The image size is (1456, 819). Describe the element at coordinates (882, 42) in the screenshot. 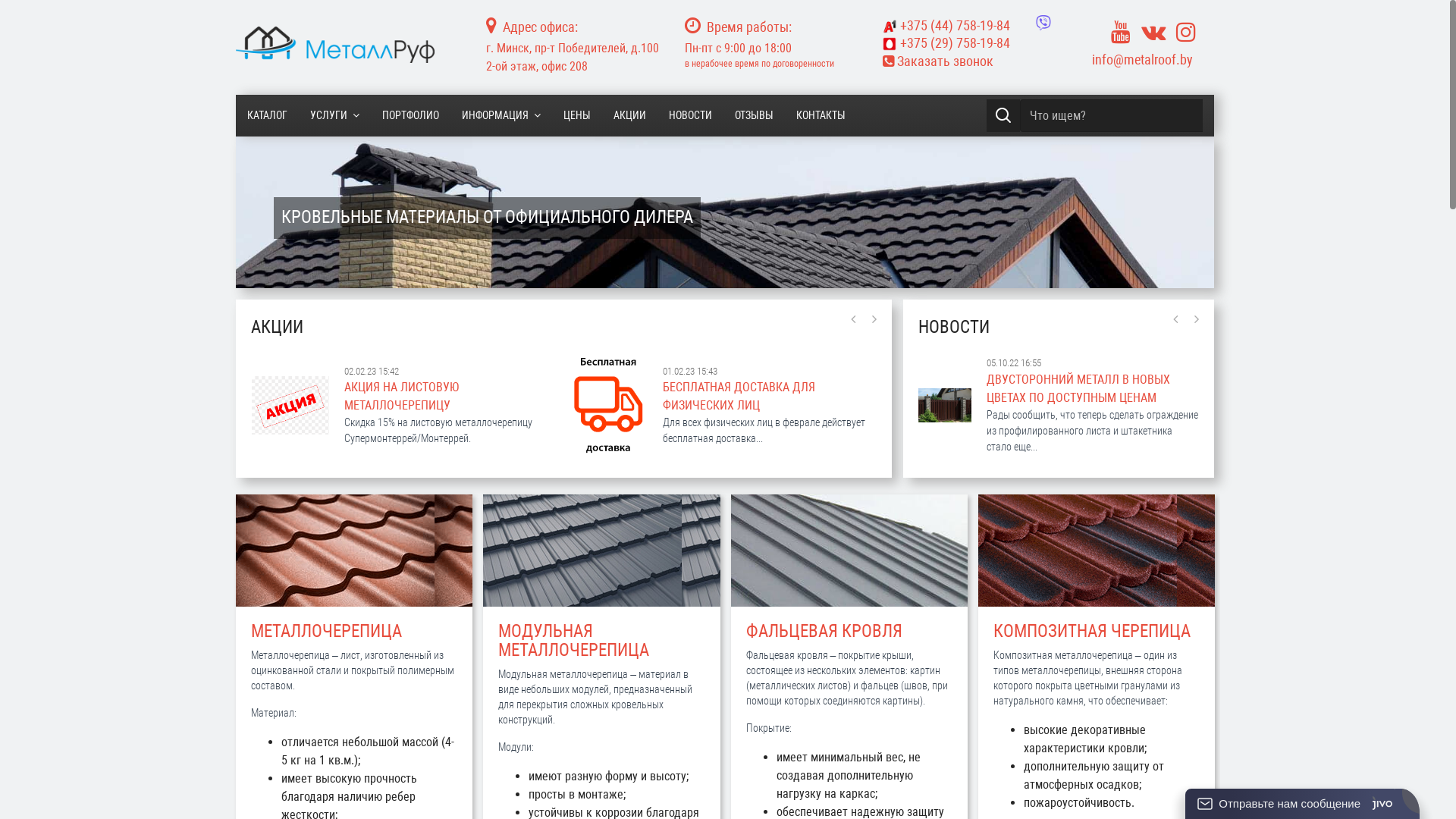

I see `'+375 (29) 758-19-84'` at that location.